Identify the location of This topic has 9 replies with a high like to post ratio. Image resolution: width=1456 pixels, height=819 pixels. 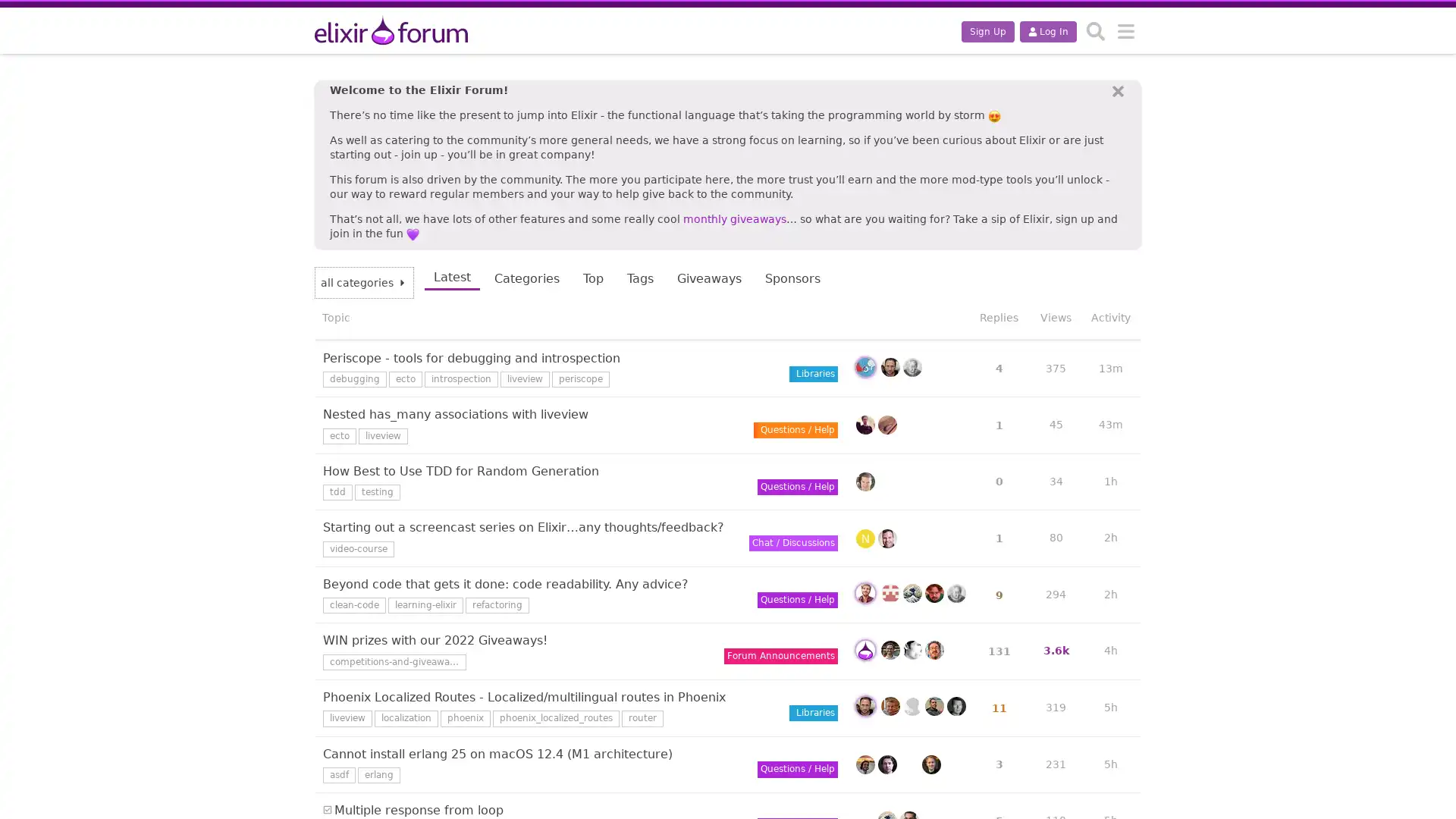
(738, 17).